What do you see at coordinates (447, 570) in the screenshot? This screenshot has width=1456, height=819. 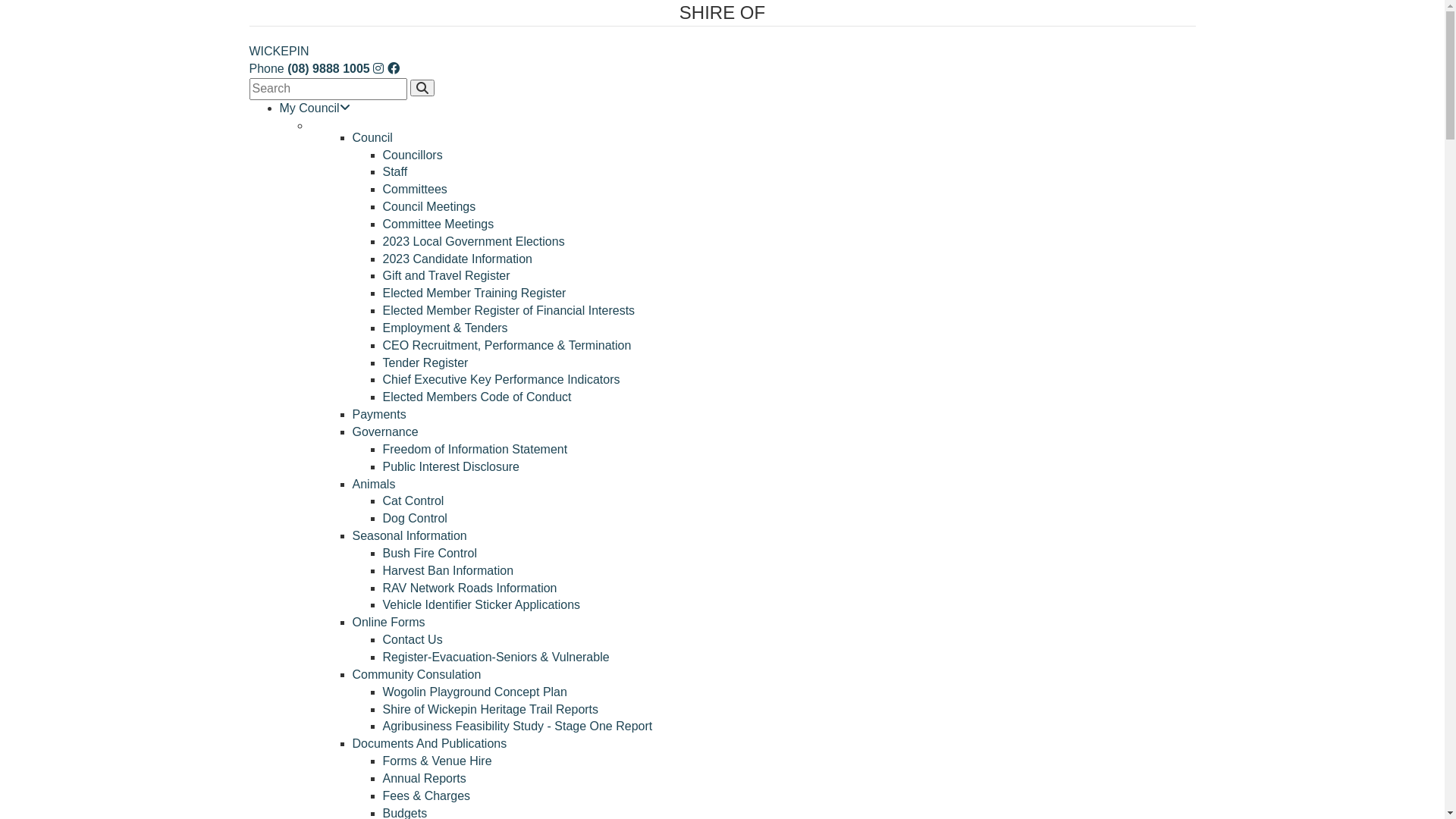 I see `'Harvest Ban Information'` at bounding box center [447, 570].